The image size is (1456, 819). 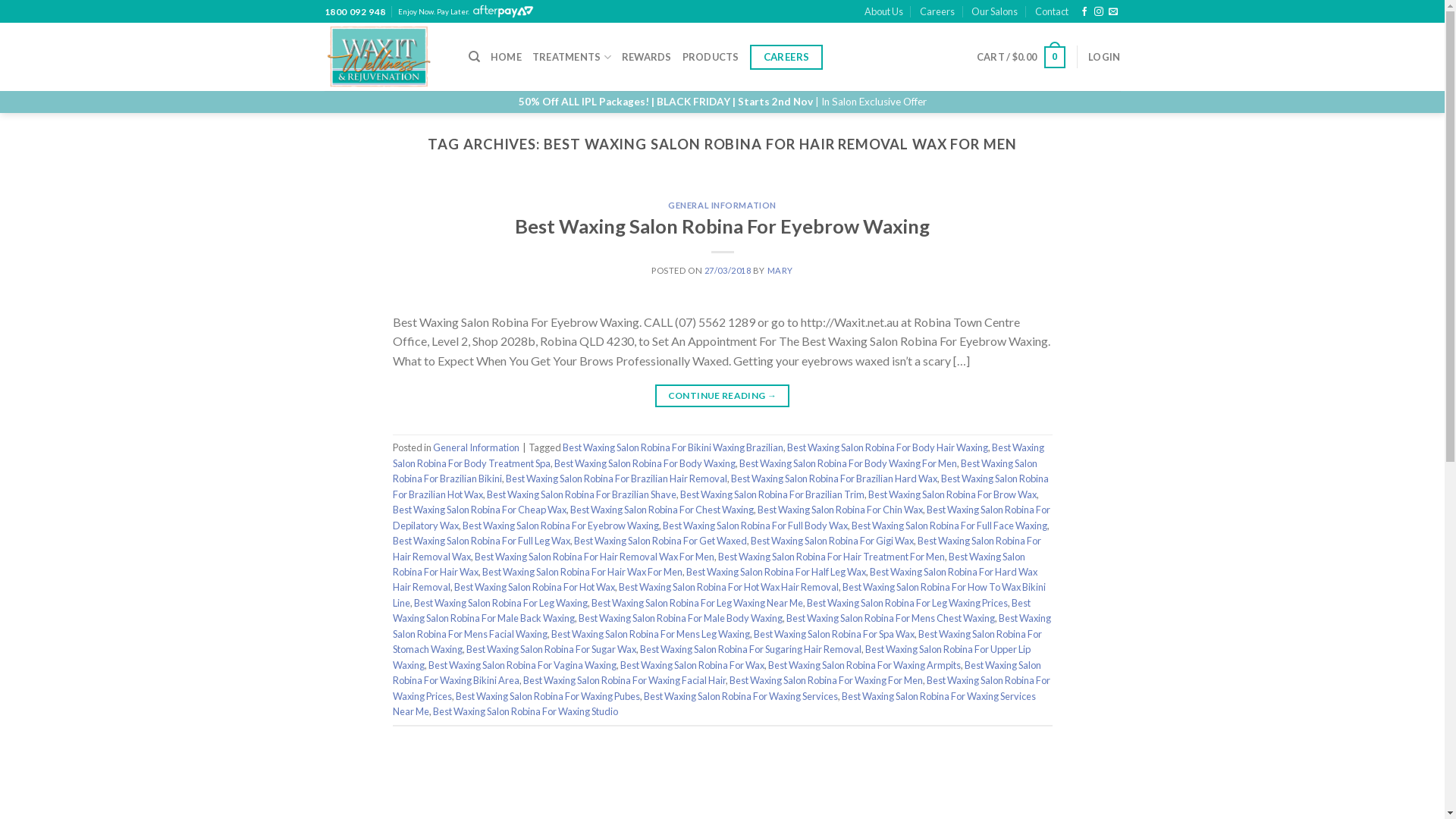 What do you see at coordinates (524, 711) in the screenshot?
I see `'Best Waxing Salon Robina For Waxing Studio'` at bounding box center [524, 711].